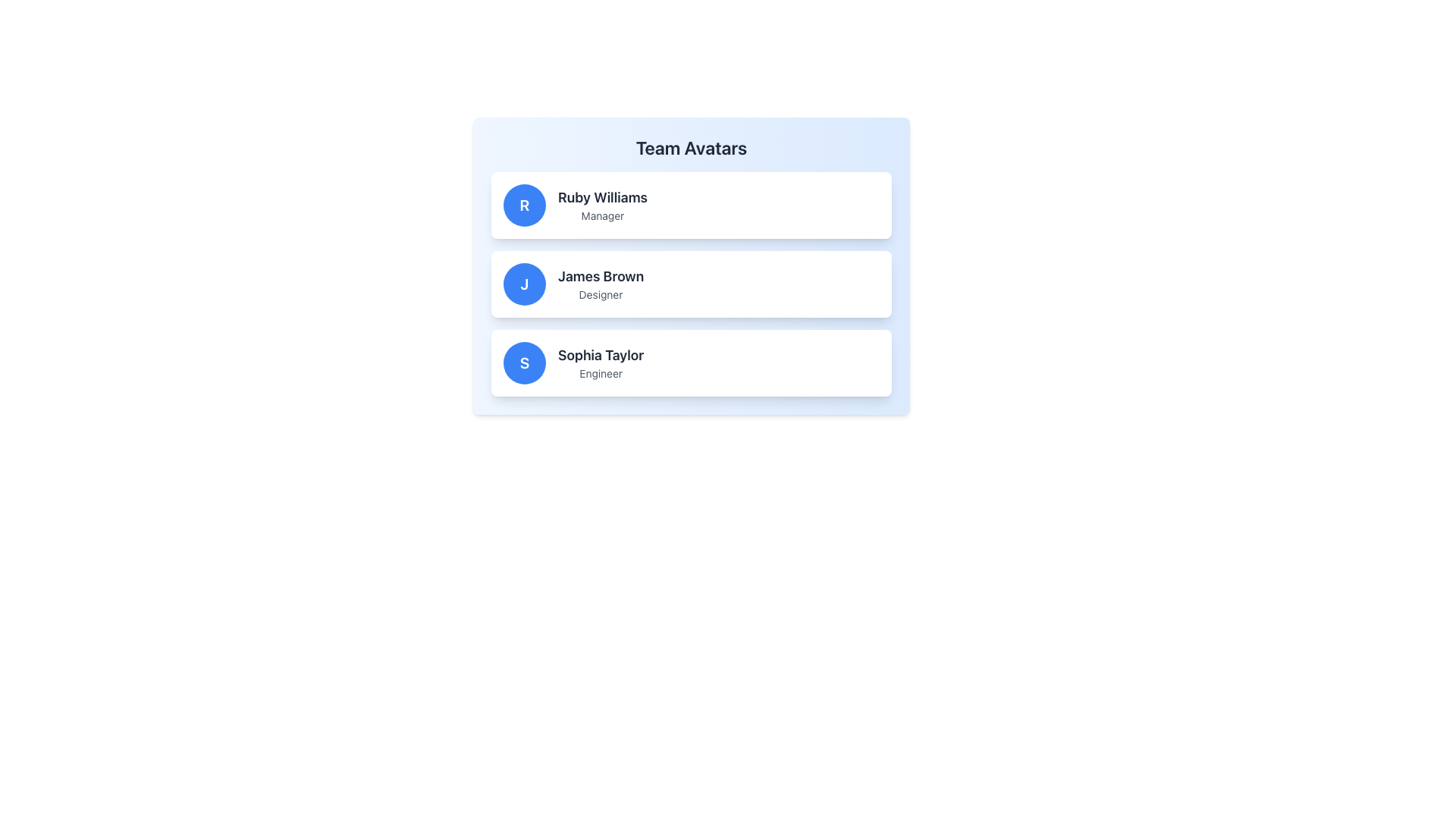  I want to click on text label that contains the word 'Designer', located directly below the name 'James Brown' in the second card of a vertically arranged list of cards, so click(600, 295).